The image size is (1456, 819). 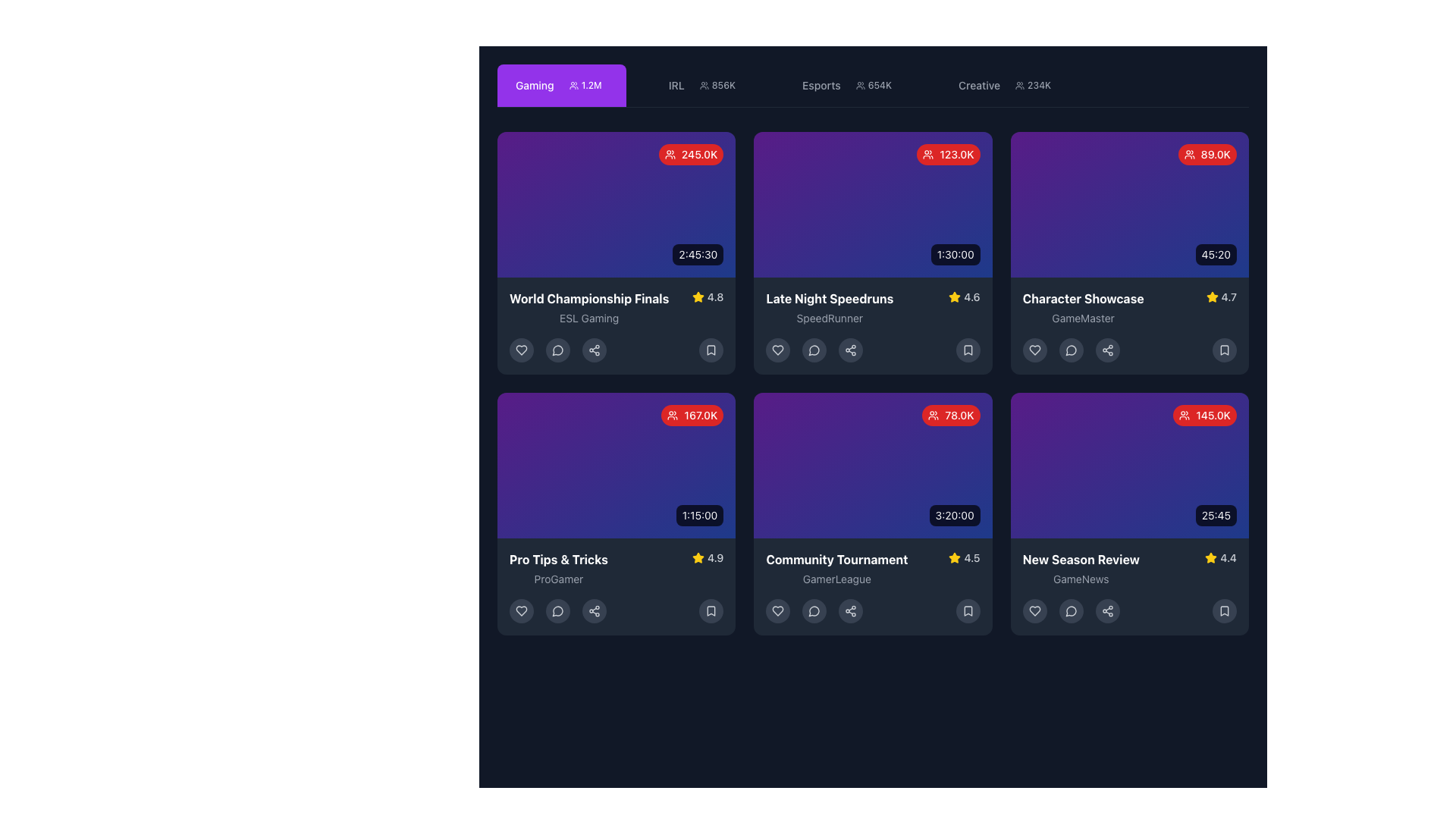 What do you see at coordinates (557, 610) in the screenshot?
I see `the circular message bubble icon located at the bottom left of the 'Pro Tips & Tricks' card` at bounding box center [557, 610].